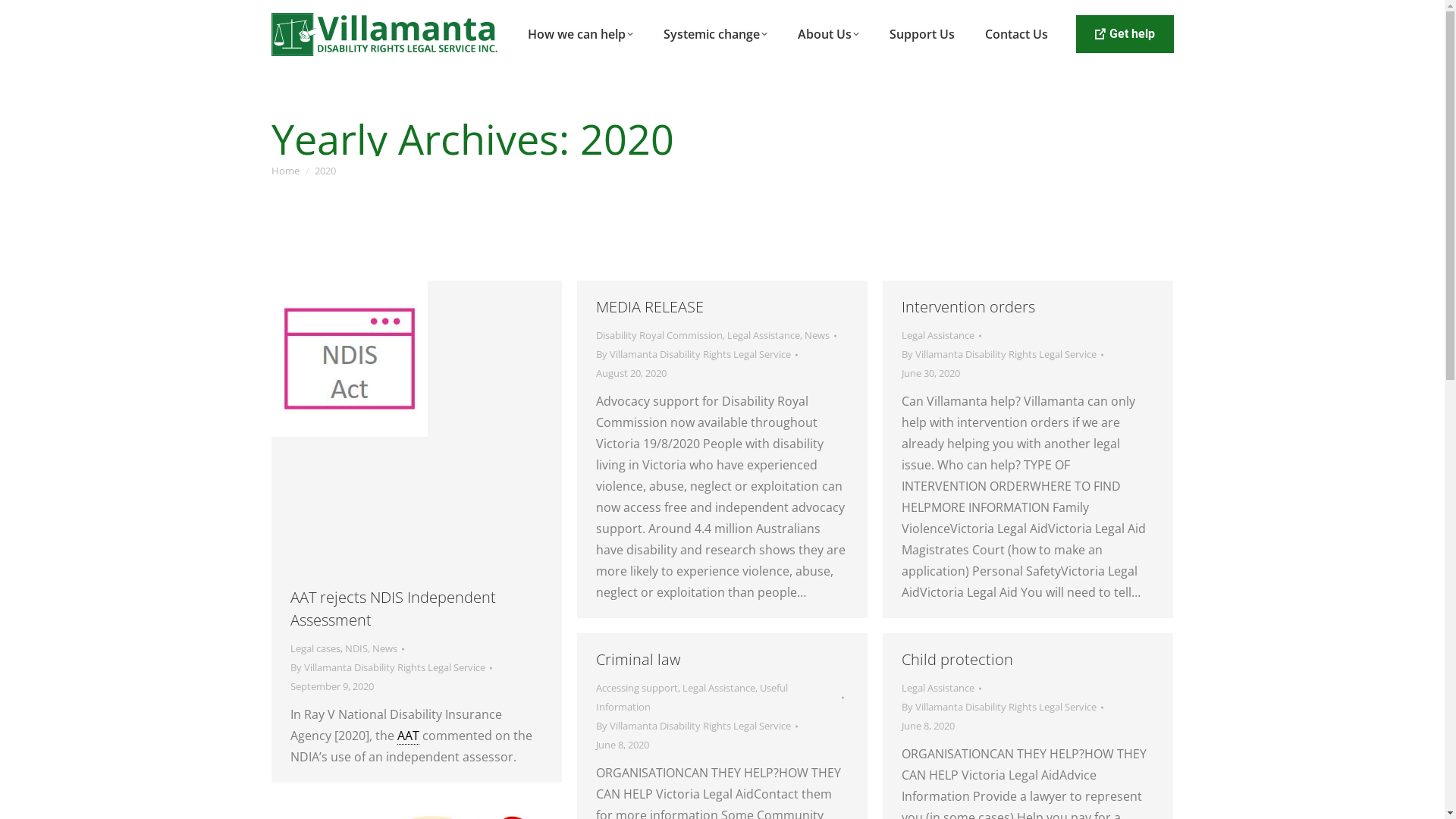 The image size is (1456, 819). Describe the element at coordinates (927, 725) in the screenshot. I see `'June 8, 2020'` at that location.